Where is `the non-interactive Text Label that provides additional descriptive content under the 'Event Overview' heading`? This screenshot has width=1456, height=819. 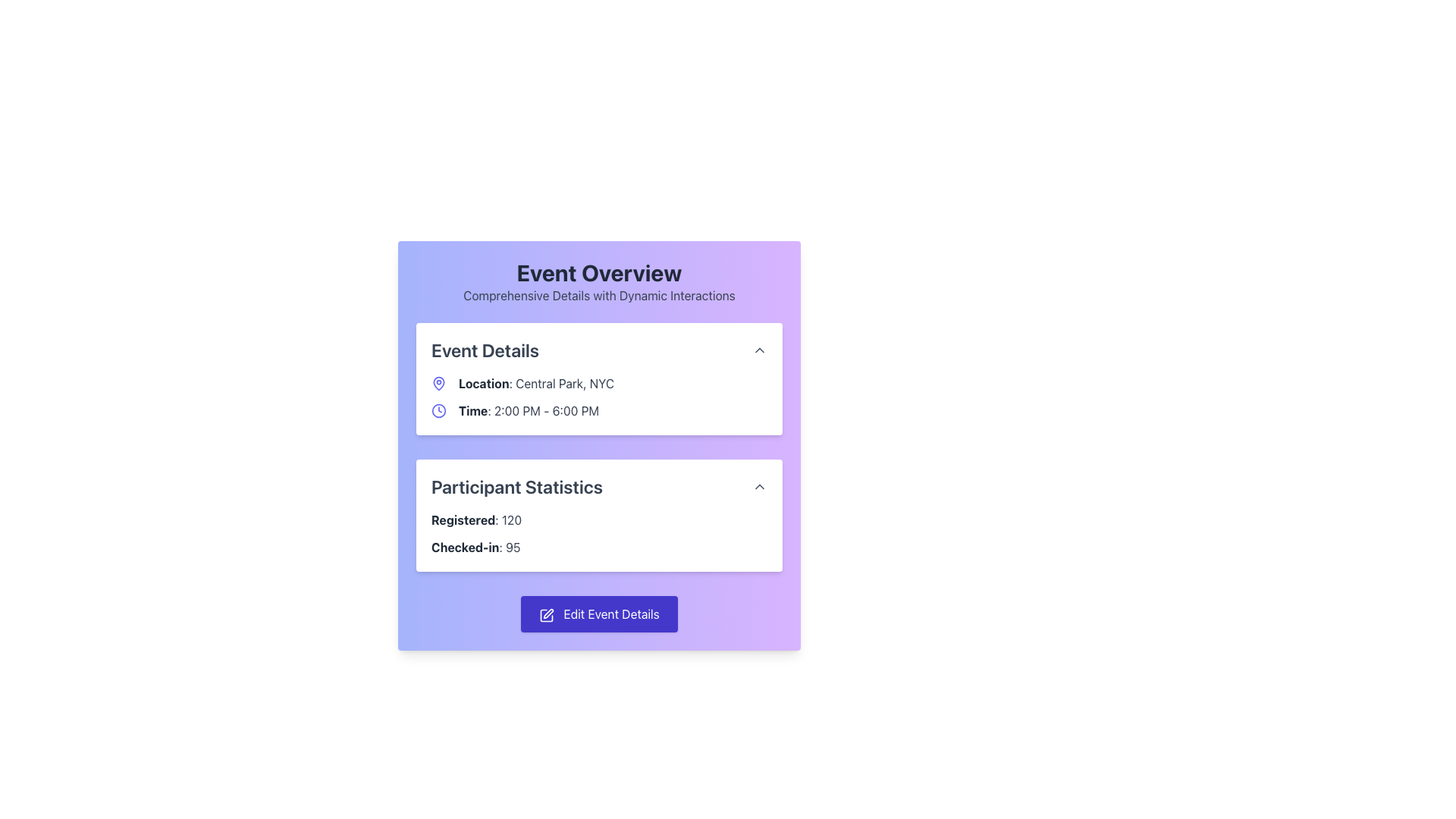 the non-interactive Text Label that provides additional descriptive content under the 'Event Overview' heading is located at coordinates (598, 295).